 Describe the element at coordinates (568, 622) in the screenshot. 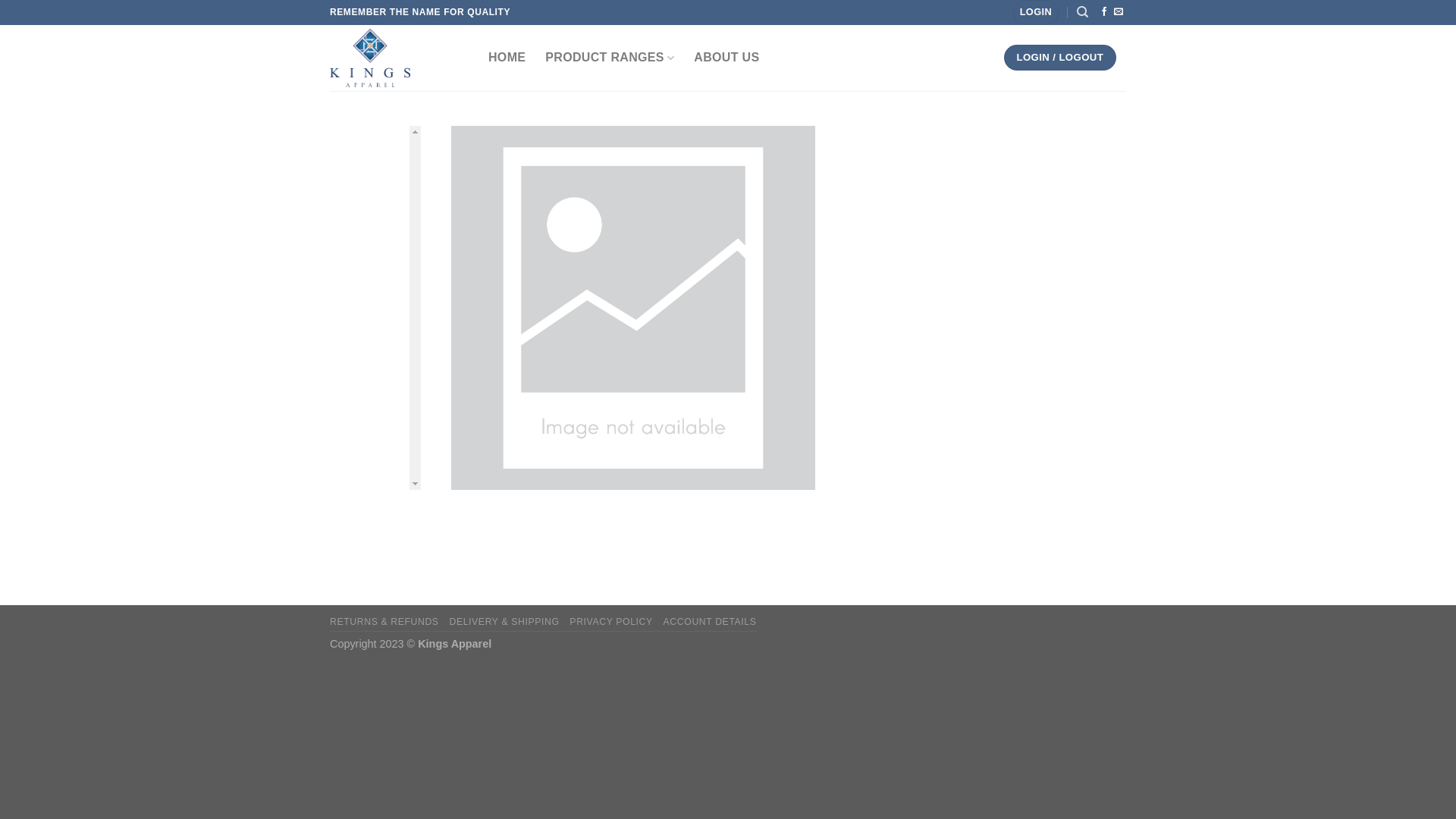

I see `'PRIVACY POLICY'` at that location.